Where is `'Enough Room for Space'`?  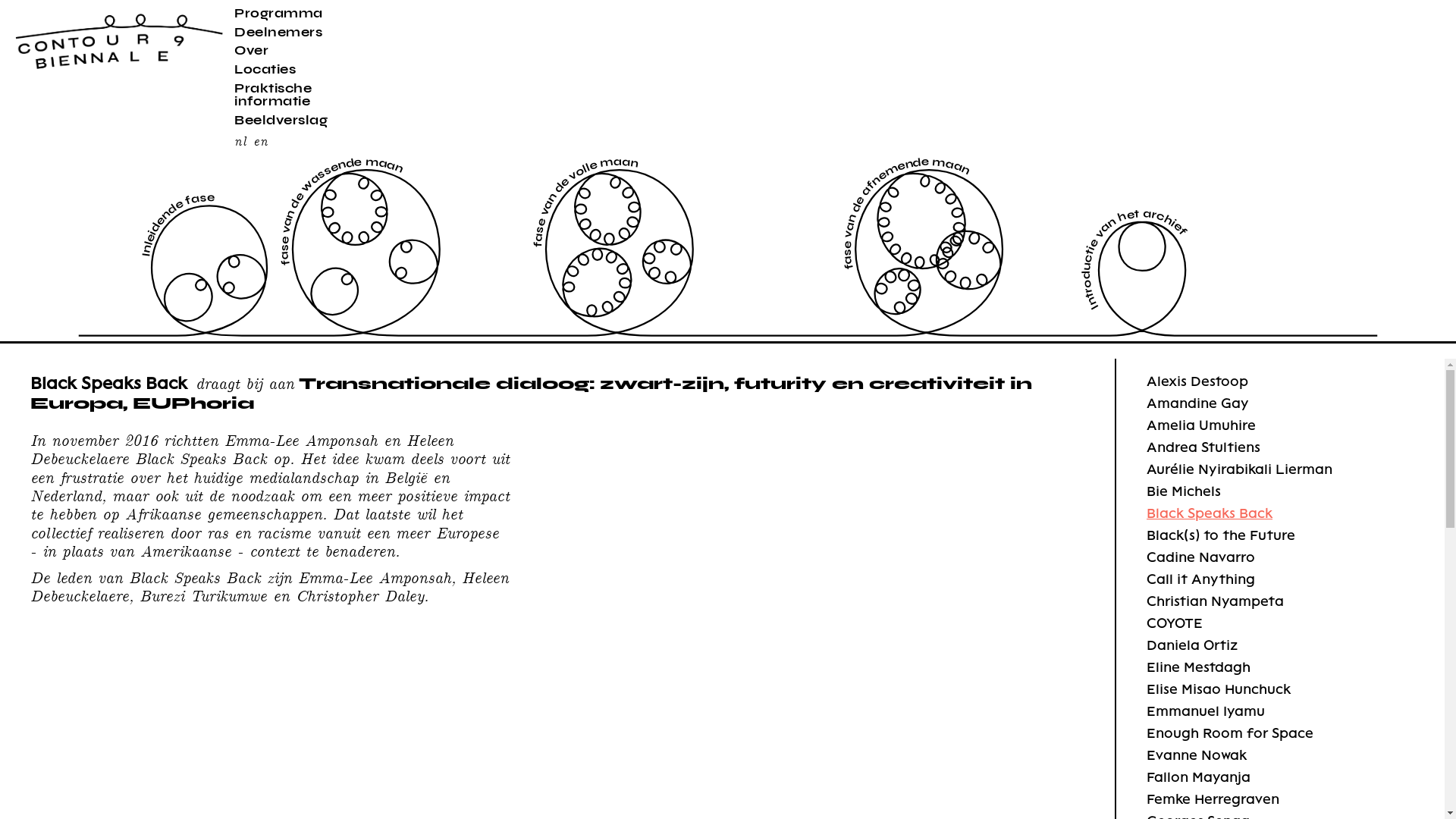 'Enough Room for Space' is located at coordinates (1147, 732).